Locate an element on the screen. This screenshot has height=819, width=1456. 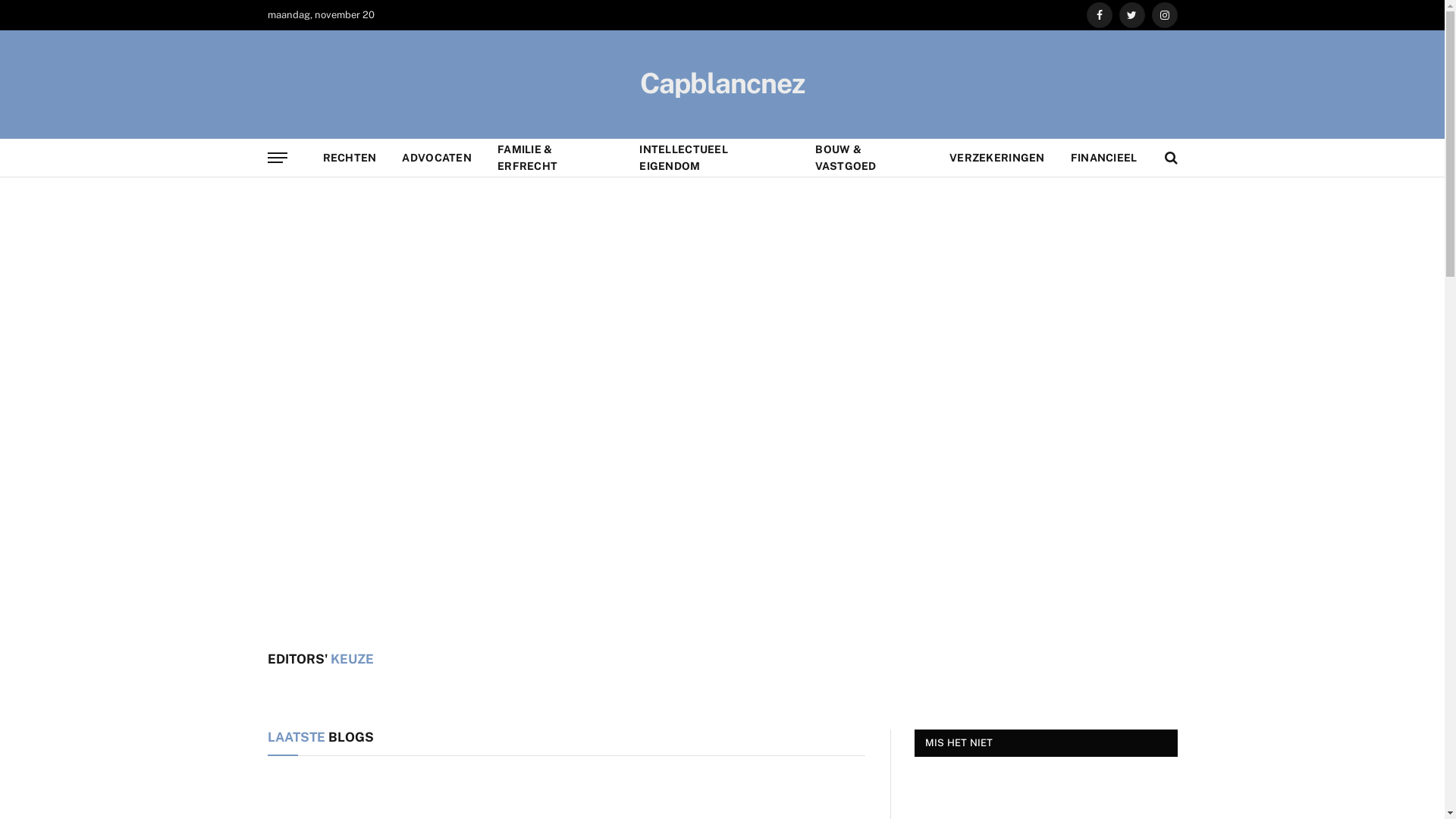
'Twitter' is located at coordinates (1119, 14).